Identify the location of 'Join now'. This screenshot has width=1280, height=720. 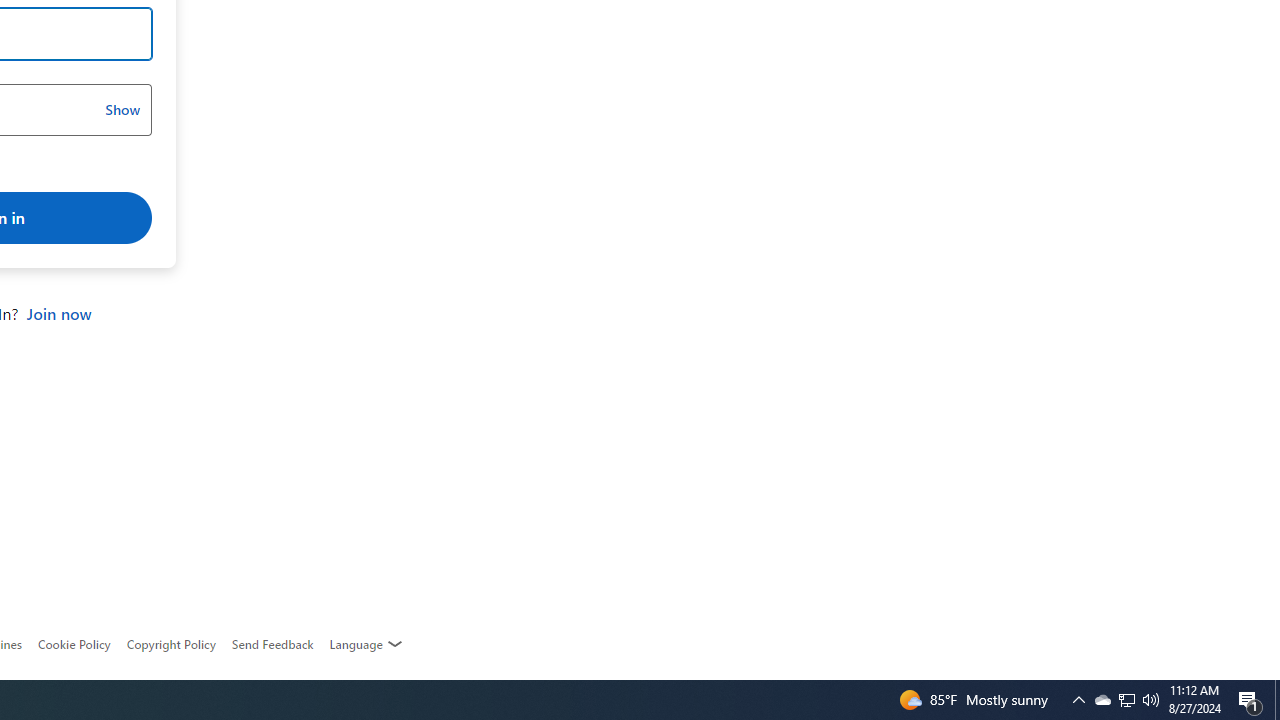
(58, 314).